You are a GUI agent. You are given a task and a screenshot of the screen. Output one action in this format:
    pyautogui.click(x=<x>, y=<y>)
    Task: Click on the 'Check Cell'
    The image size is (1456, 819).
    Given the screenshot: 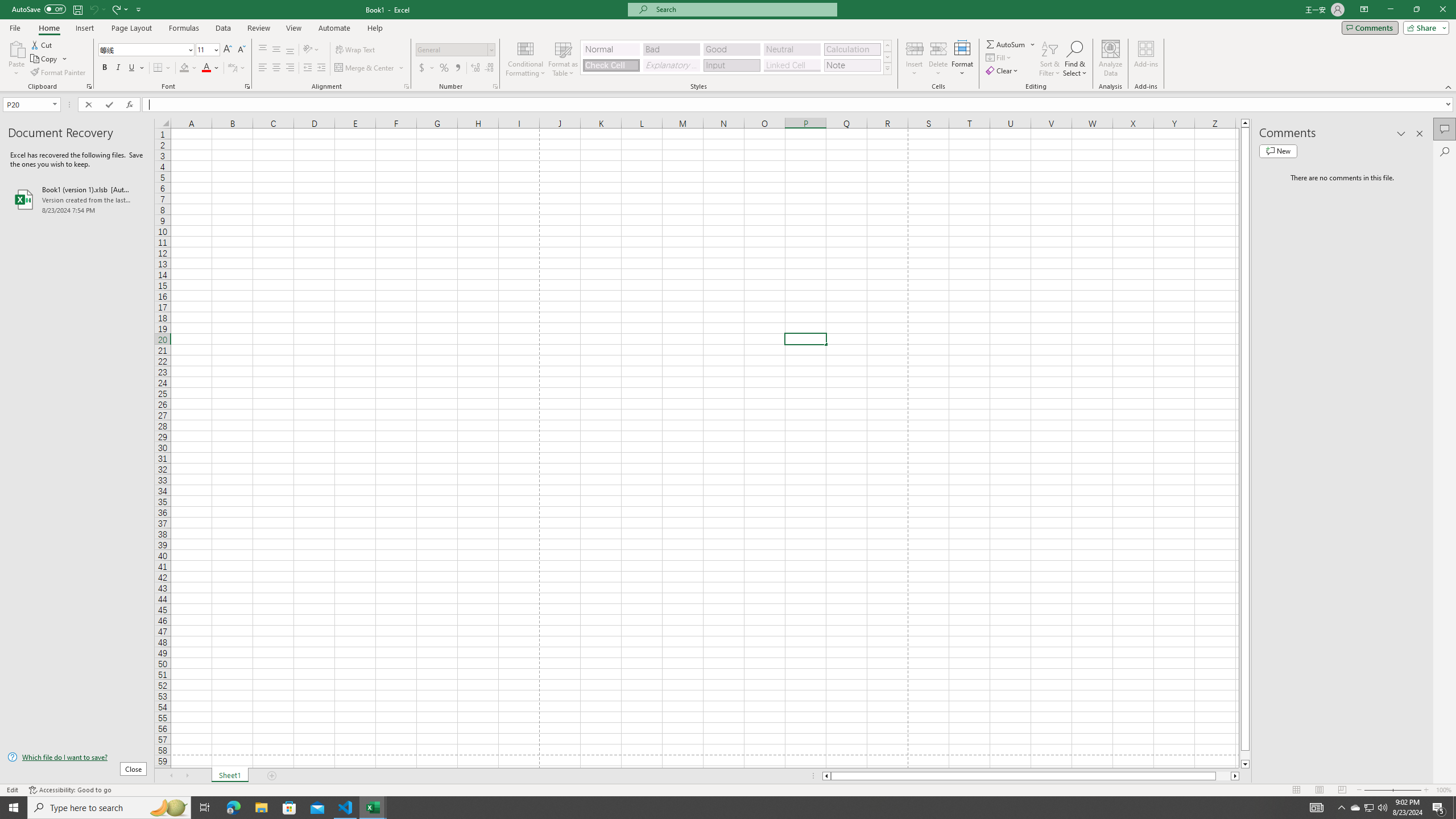 What is the action you would take?
    pyautogui.click(x=611, y=65)
    